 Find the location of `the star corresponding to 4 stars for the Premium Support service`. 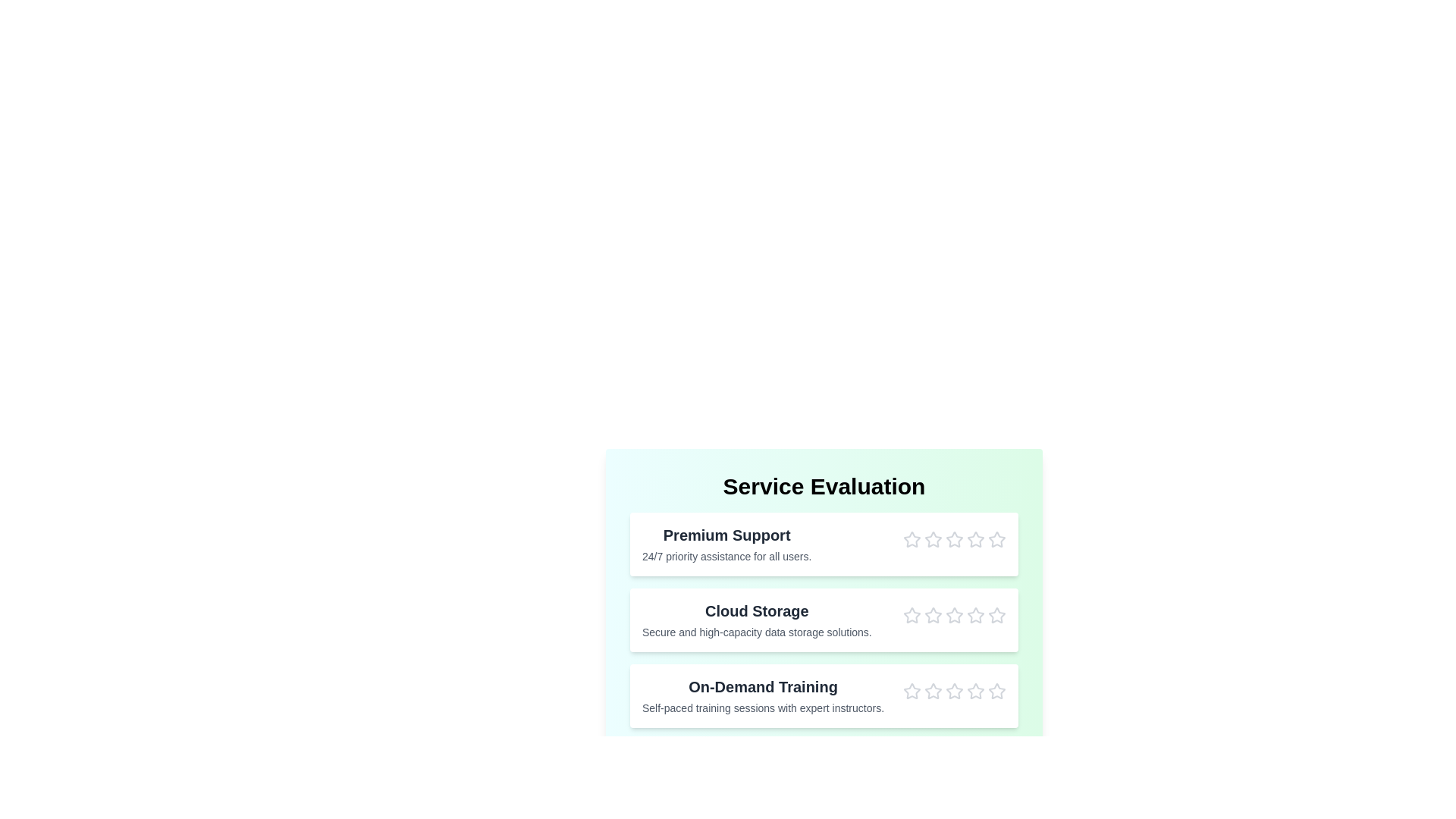

the star corresponding to 4 stars for the Premium Support service is located at coordinates (975, 539).